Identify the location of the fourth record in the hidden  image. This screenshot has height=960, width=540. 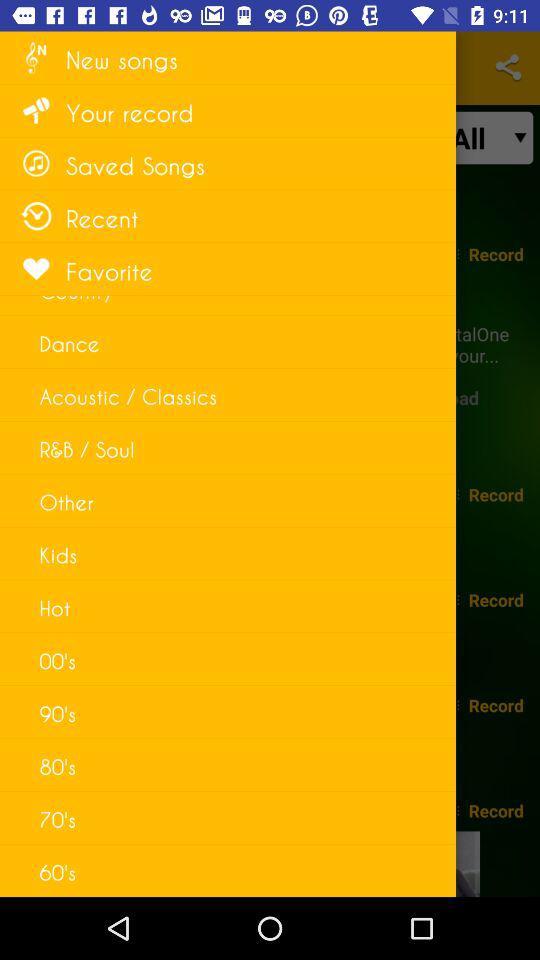
(495, 705).